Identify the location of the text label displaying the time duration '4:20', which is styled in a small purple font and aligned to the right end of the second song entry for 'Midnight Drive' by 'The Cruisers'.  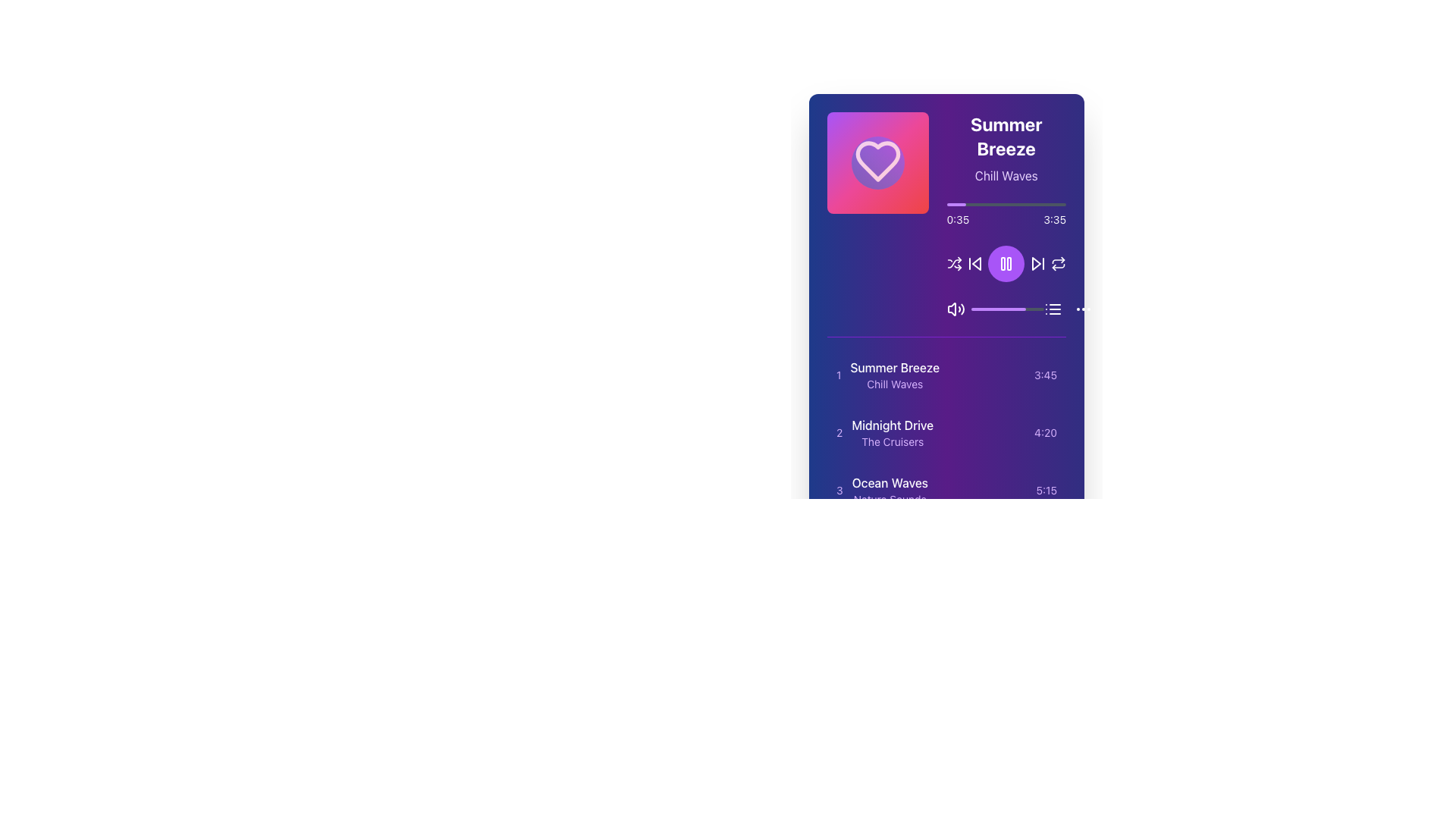
(1045, 432).